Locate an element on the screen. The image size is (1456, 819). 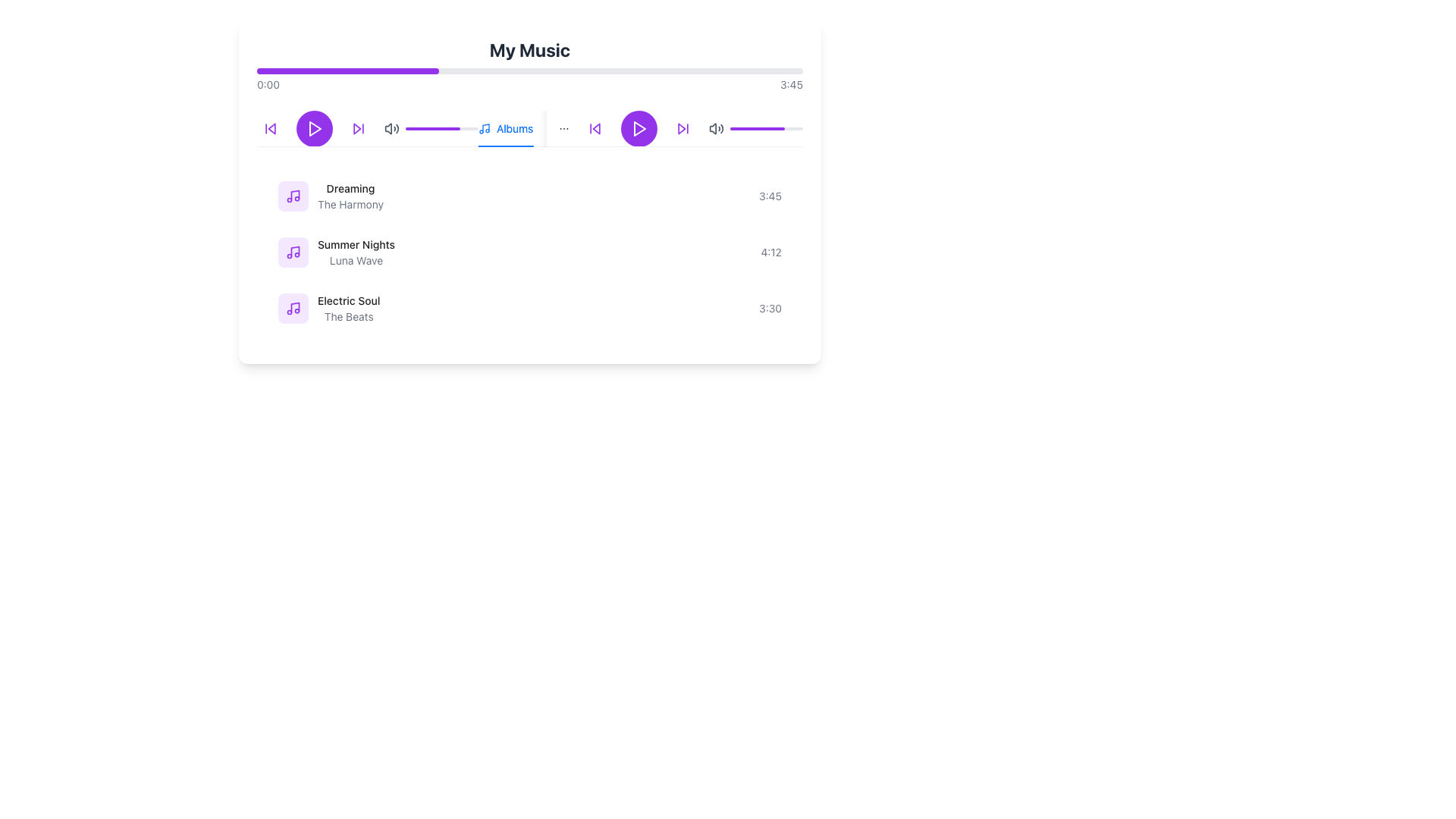
the progress indicator bar located within the audio controls section of the music player interface, which visually represents the current progress or volume level is located at coordinates (432, 127).